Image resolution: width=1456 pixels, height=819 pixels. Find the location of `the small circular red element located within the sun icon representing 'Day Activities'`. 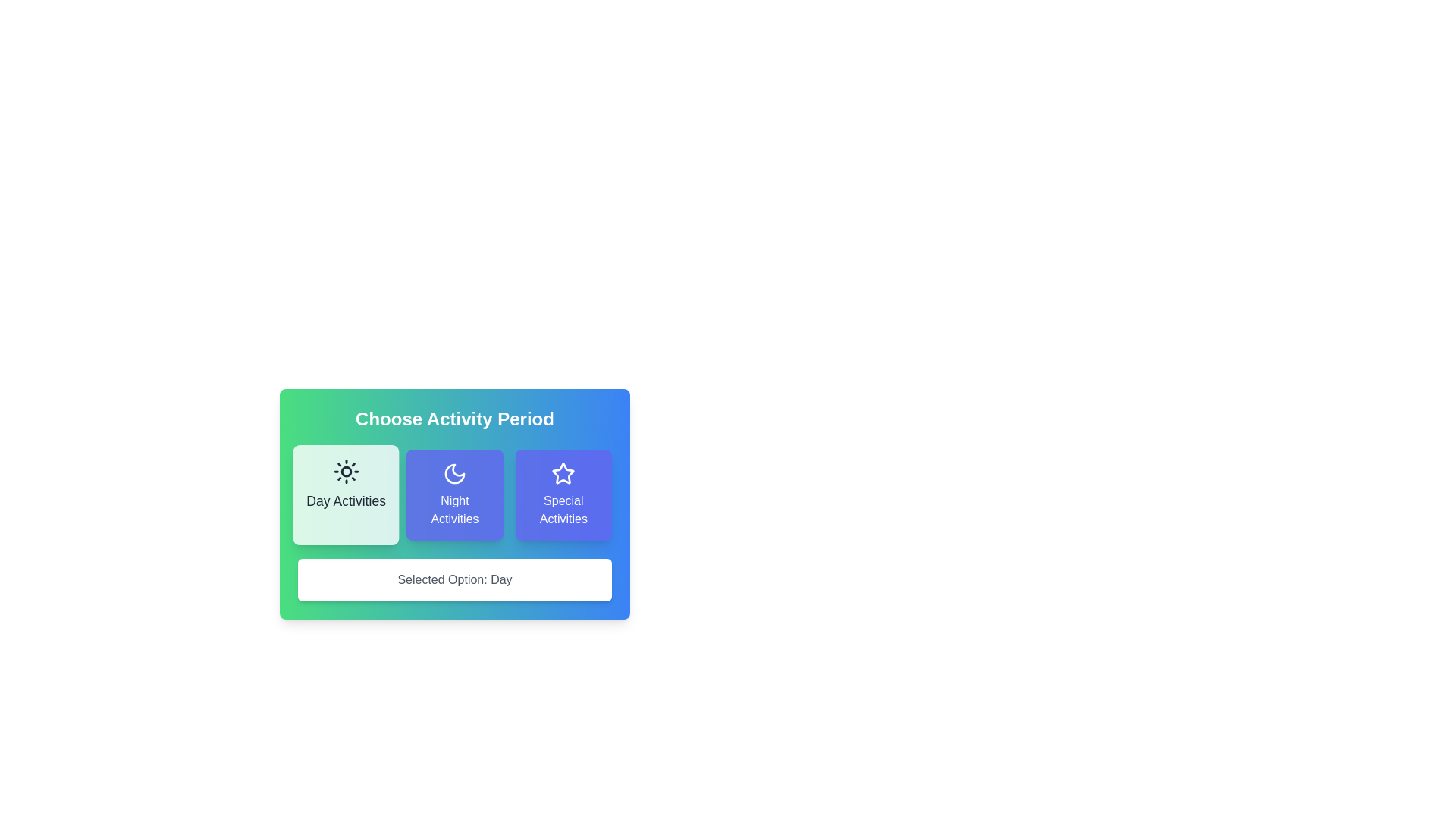

the small circular red element located within the sun icon representing 'Day Activities' is located at coordinates (345, 471).